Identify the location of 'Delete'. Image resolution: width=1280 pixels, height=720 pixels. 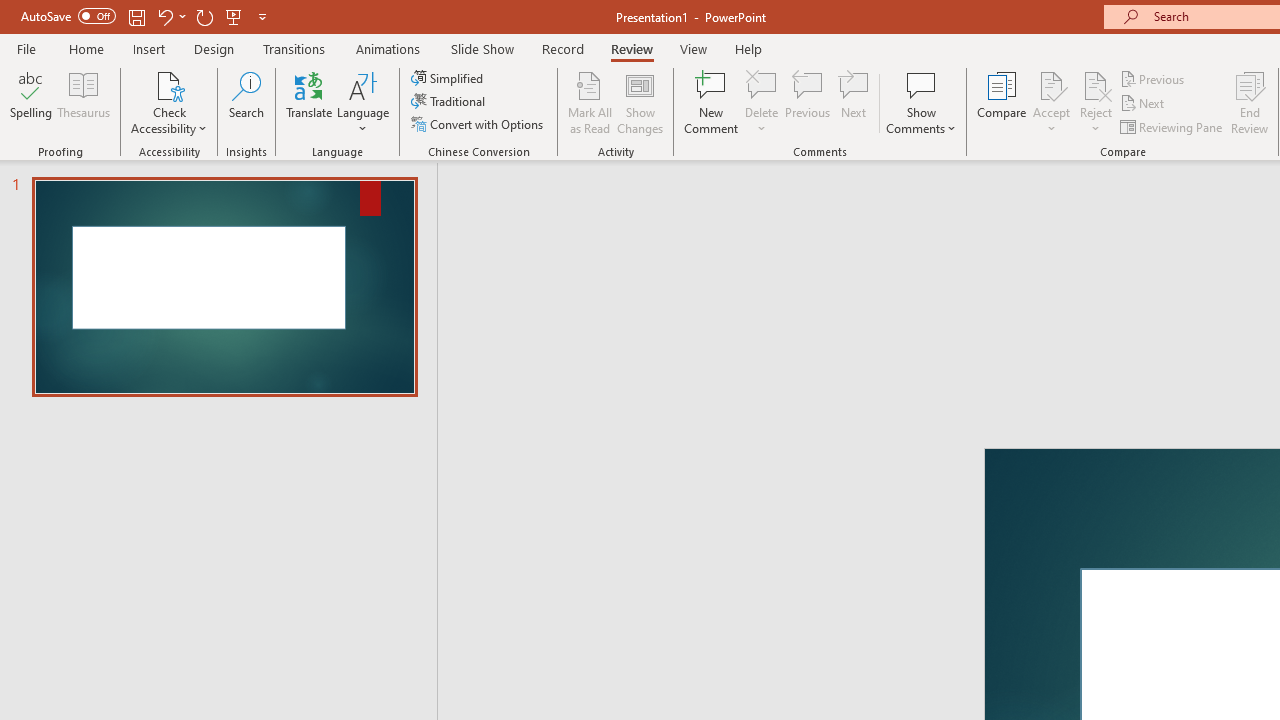
(761, 84).